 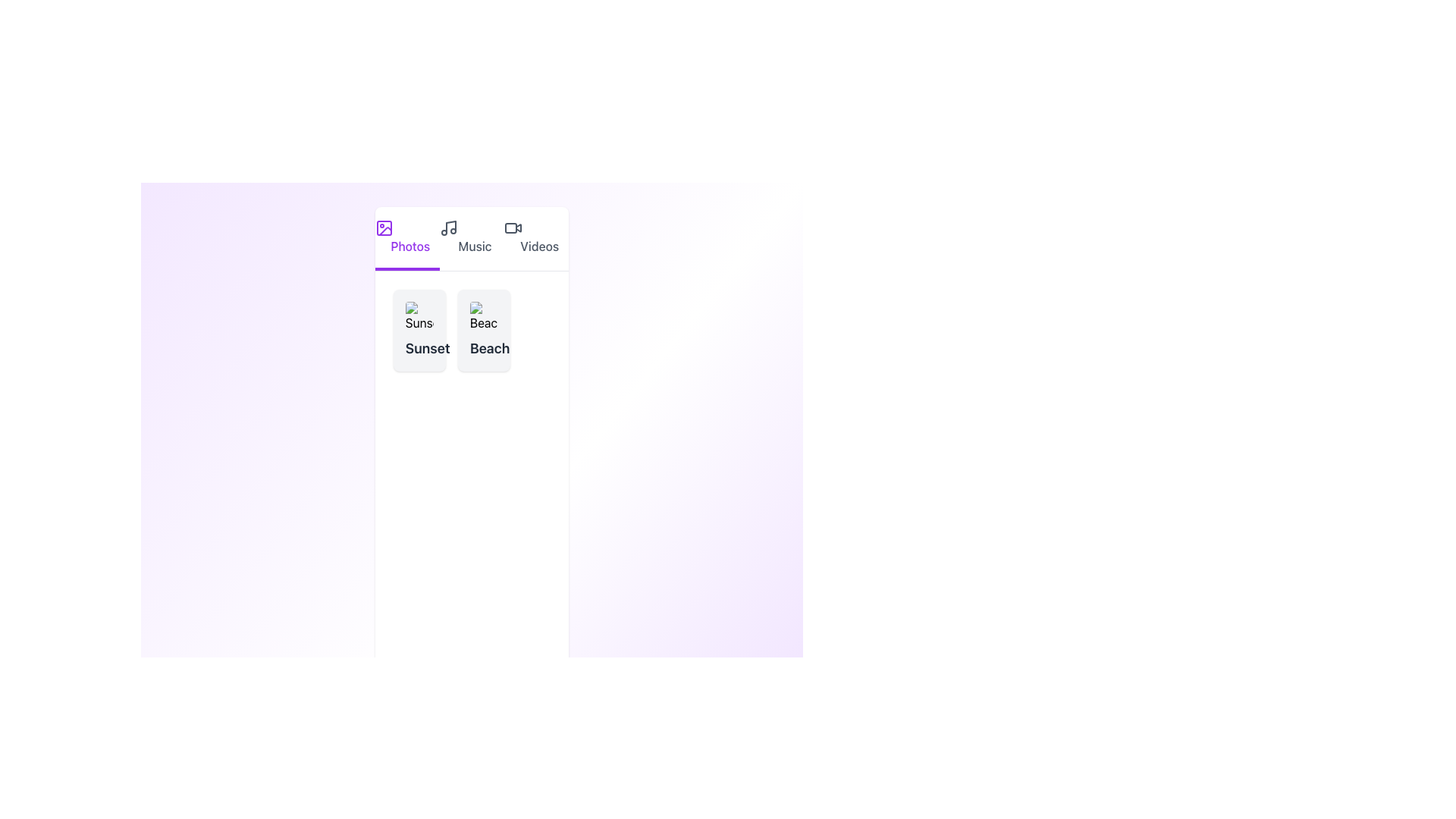 I want to click on the 'Sunset' thumbnail image in the 'Photos' section of the gallery interface, so click(x=419, y=315).